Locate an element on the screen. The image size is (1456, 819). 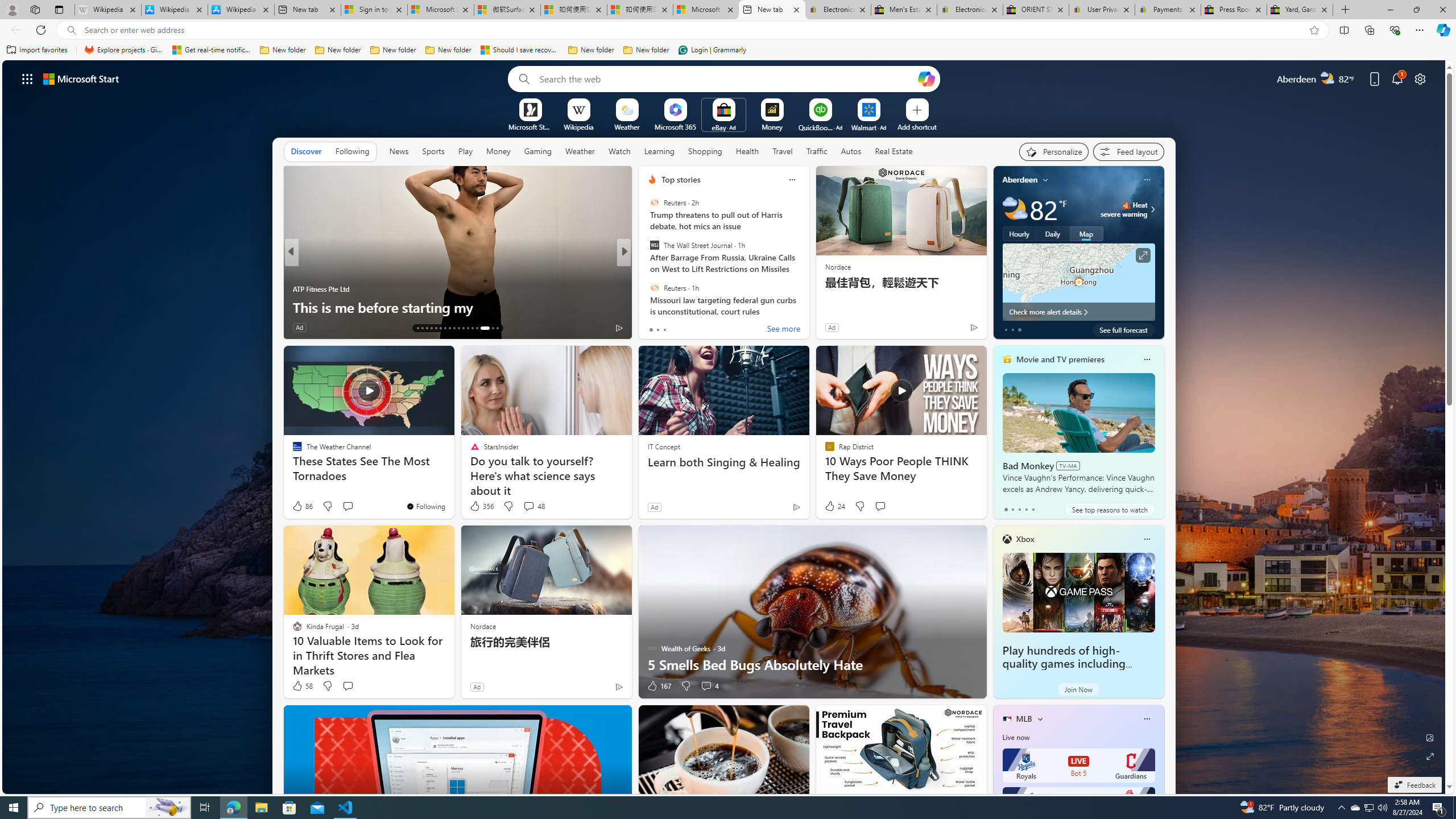
'GOBankingRates' is located at coordinates (647, 270).